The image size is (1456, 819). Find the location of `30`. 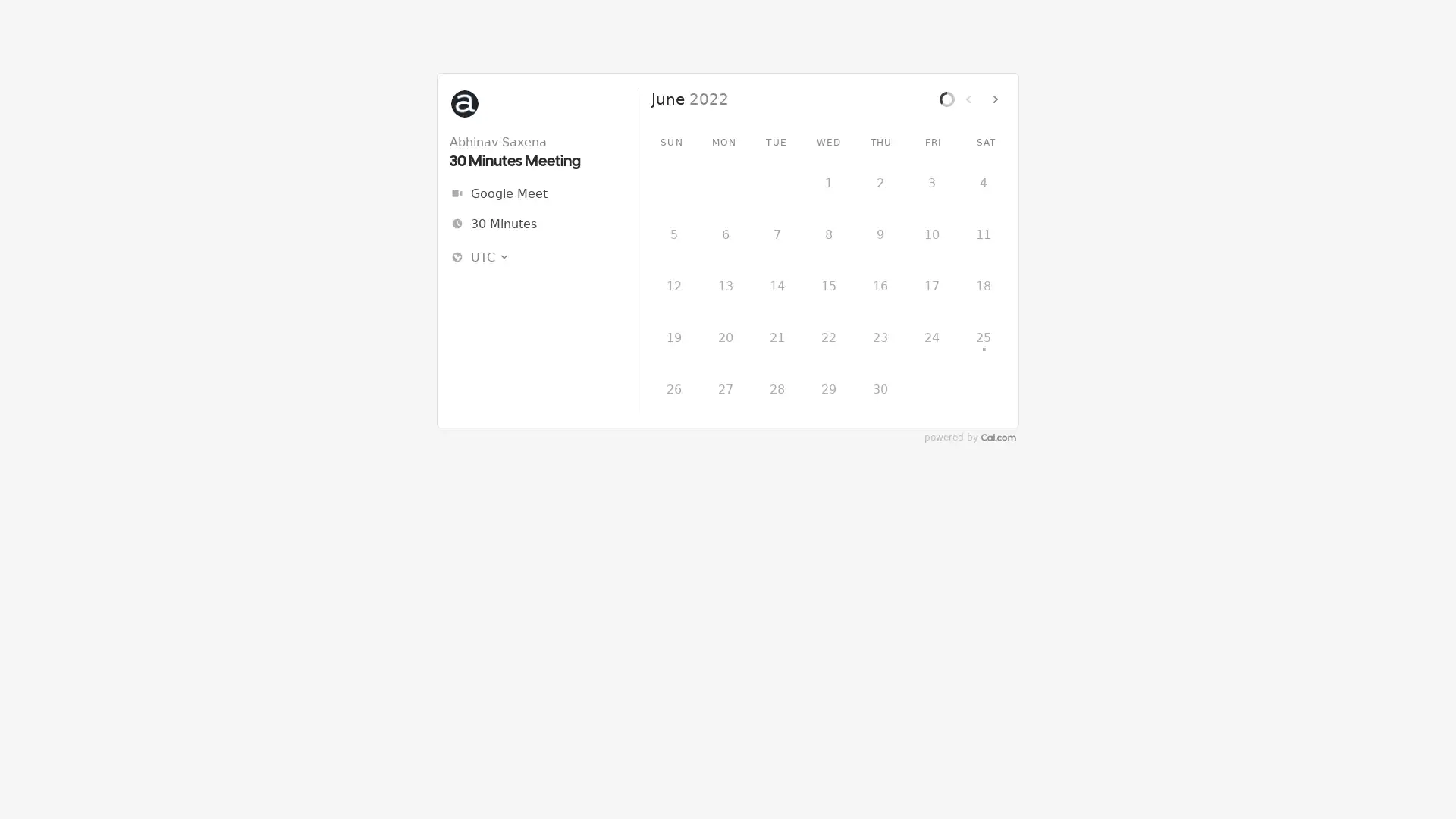

30 is located at coordinates (880, 388).